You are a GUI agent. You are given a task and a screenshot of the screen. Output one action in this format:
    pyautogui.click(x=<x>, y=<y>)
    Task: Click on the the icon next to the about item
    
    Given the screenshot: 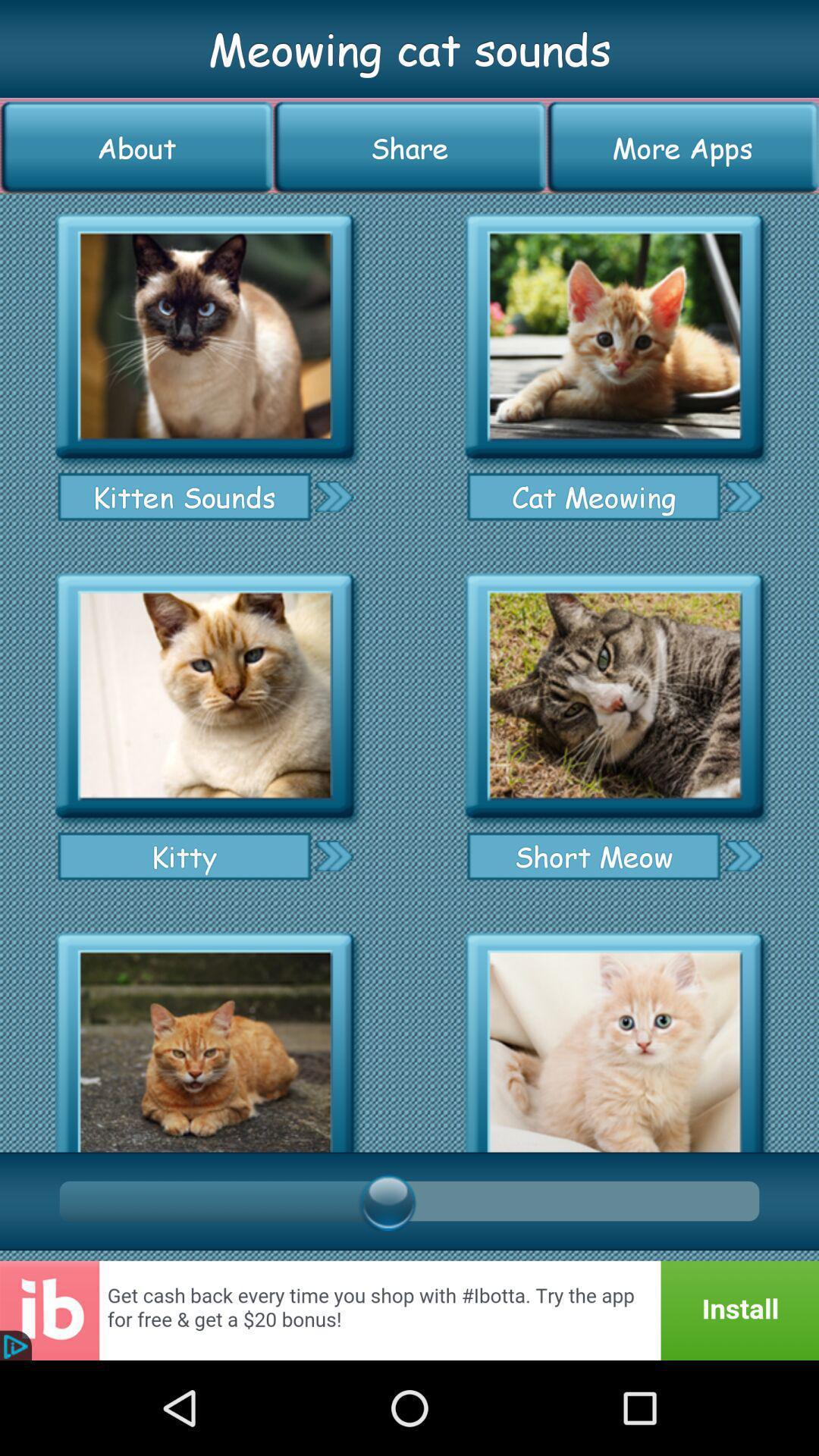 What is the action you would take?
    pyautogui.click(x=409, y=147)
    